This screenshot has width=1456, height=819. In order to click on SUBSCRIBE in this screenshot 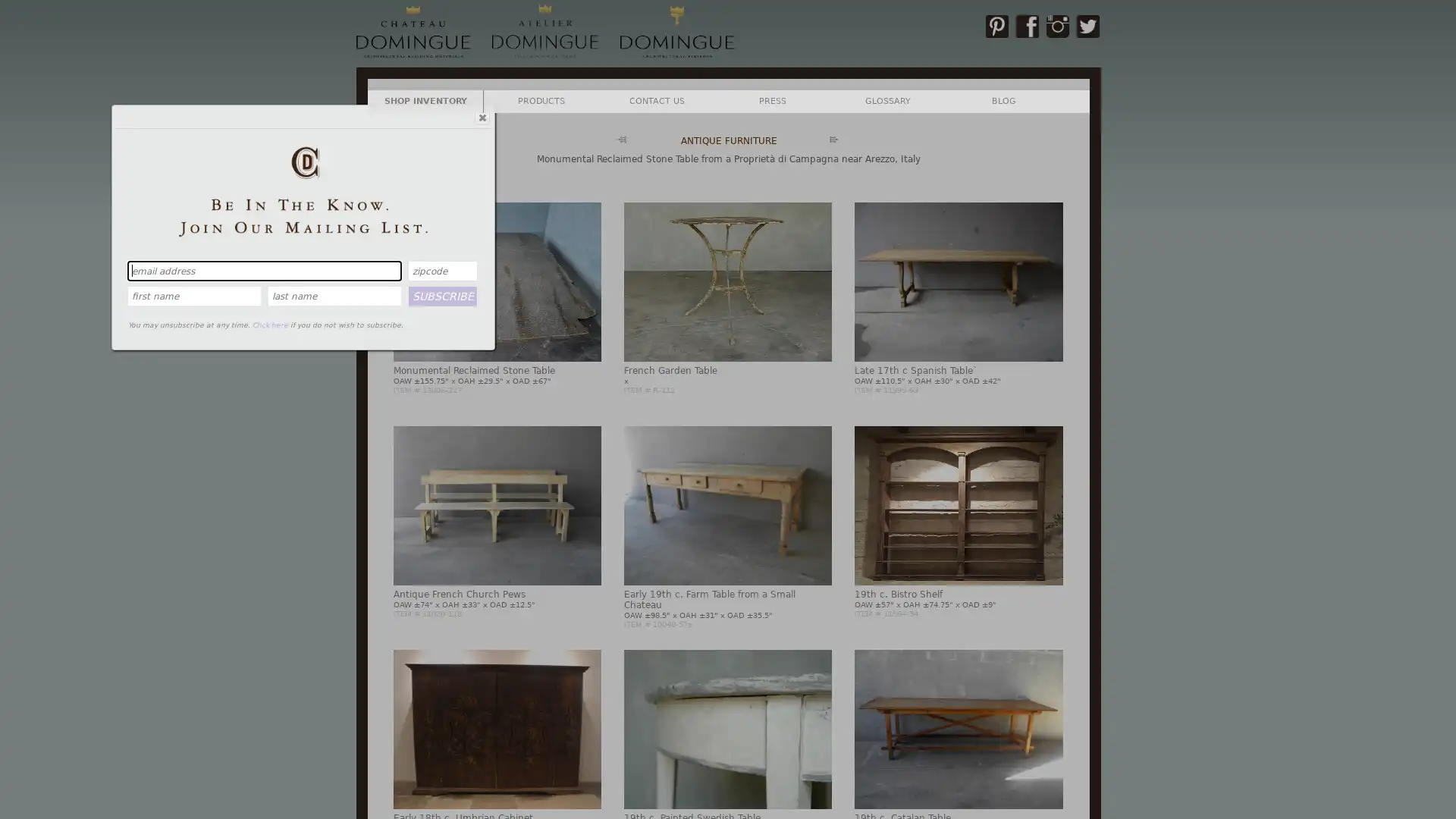, I will do `click(442, 295)`.